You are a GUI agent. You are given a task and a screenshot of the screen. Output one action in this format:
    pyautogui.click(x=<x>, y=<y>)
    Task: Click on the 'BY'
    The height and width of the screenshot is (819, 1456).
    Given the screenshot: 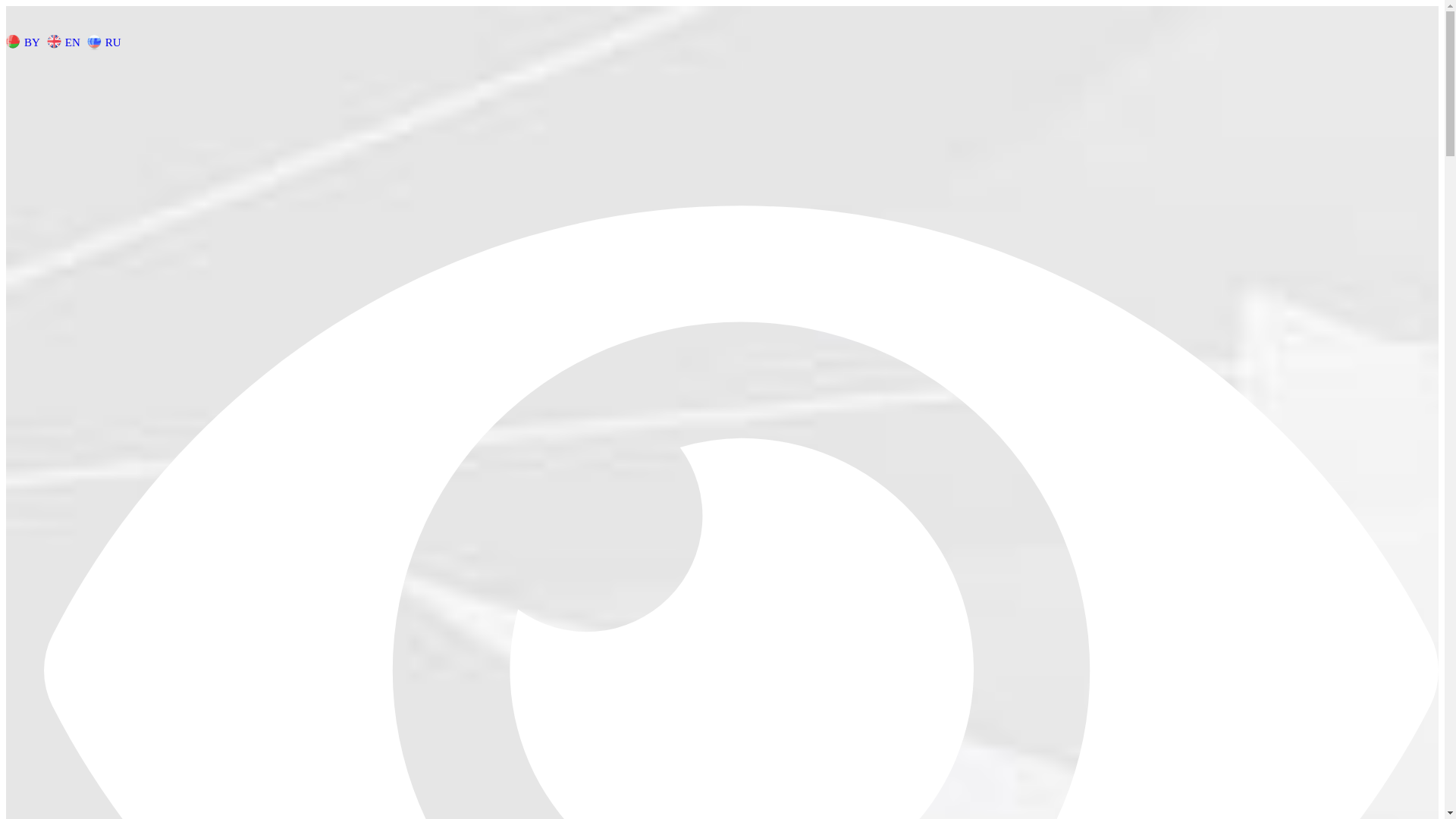 What is the action you would take?
    pyautogui.click(x=25, y=40)
    